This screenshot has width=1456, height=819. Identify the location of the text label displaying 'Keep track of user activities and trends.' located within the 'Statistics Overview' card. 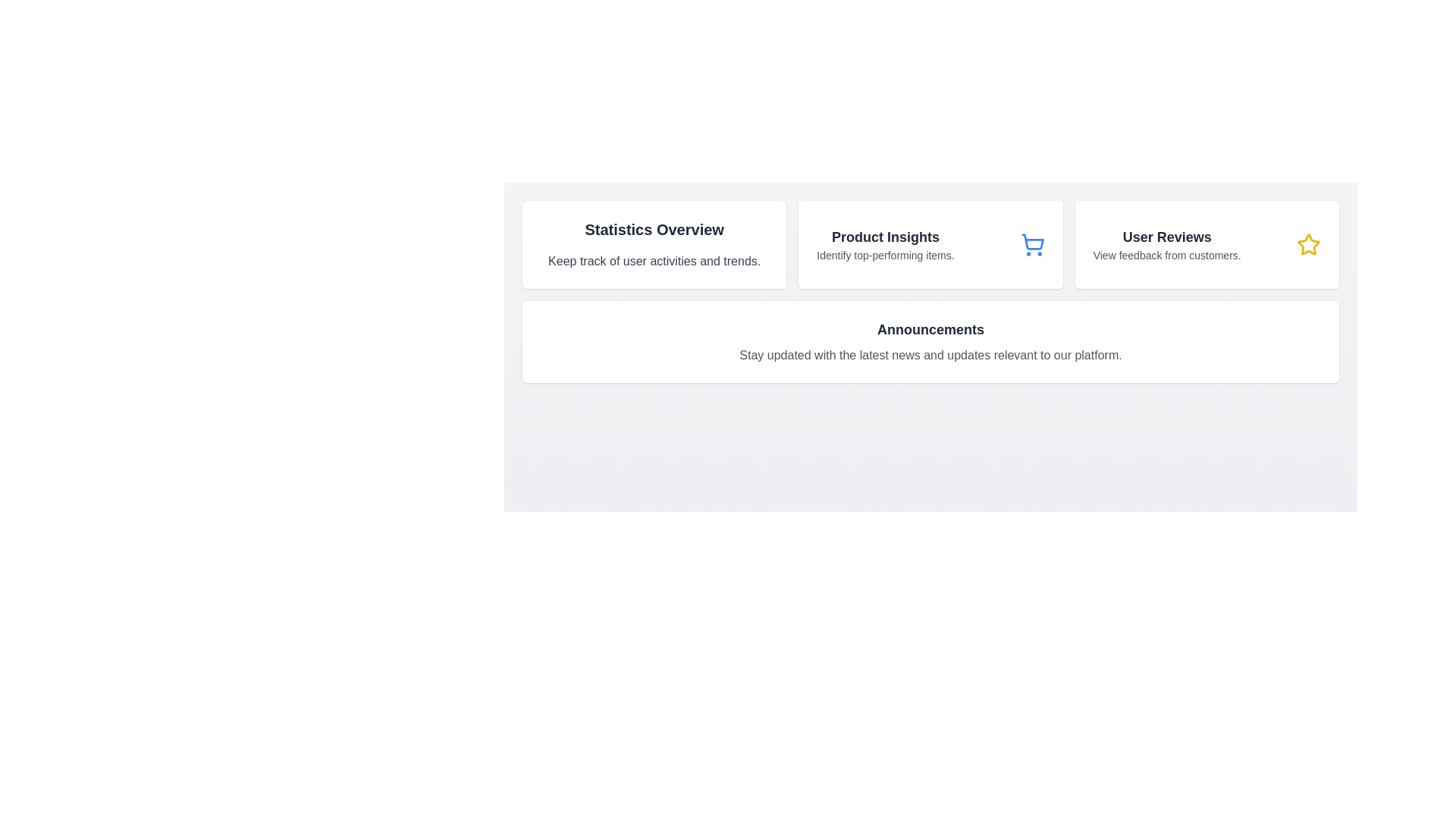
(654, 260).